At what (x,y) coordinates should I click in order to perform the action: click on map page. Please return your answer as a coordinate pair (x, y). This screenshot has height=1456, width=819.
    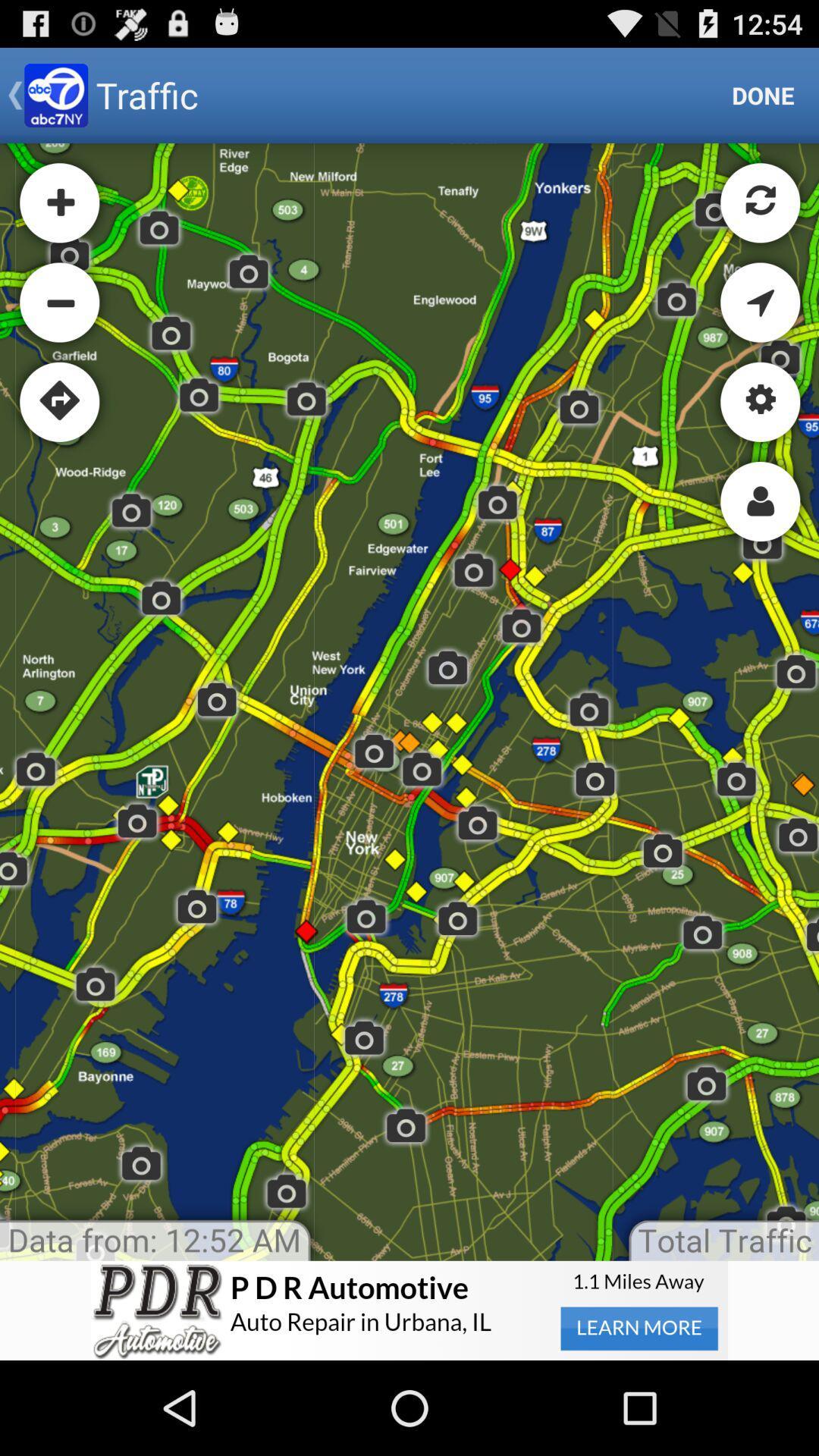
    Looking at the image, I should click on (409, 701).